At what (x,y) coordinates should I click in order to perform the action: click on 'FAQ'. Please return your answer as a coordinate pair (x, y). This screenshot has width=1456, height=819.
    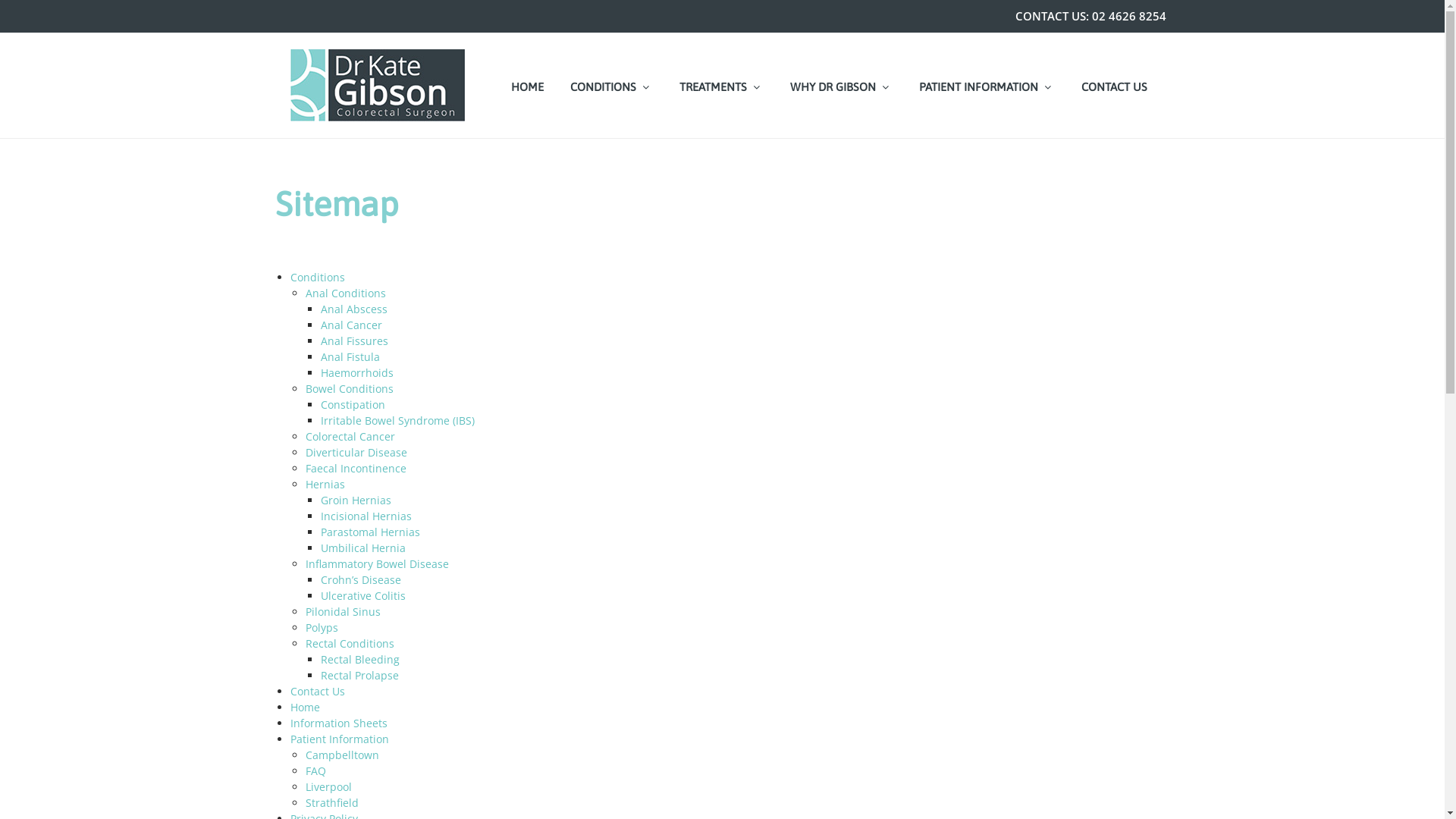
    Looking at the image, I should click on (314, 770).